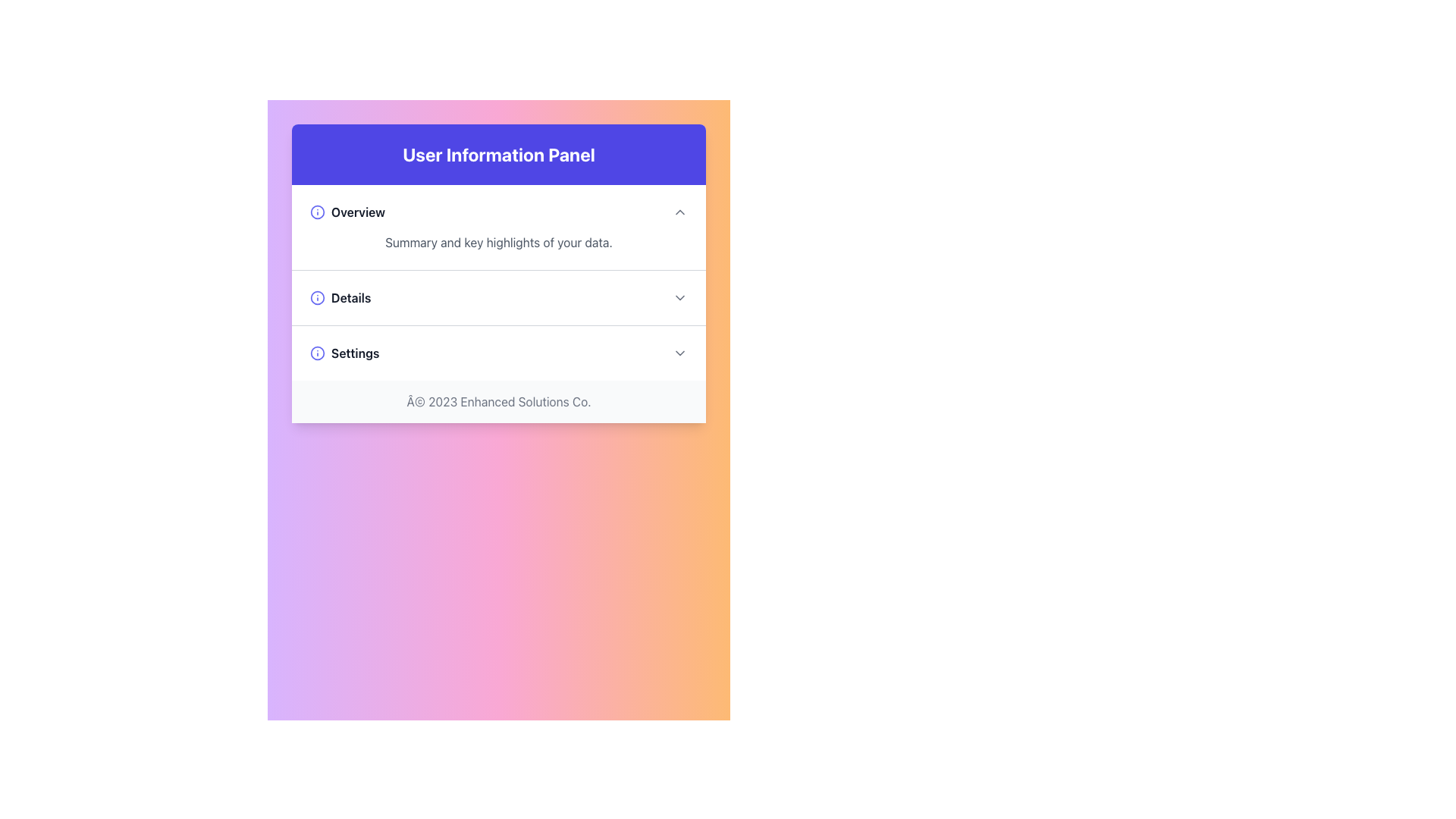 Image resolution: width=1456 pixels, height=819 pixels. I want to click on the second section of the 'User Information Panel' that contains multiple item labels like 'Overview,' 'Details,' and 'Settings.', so click(498, 283).